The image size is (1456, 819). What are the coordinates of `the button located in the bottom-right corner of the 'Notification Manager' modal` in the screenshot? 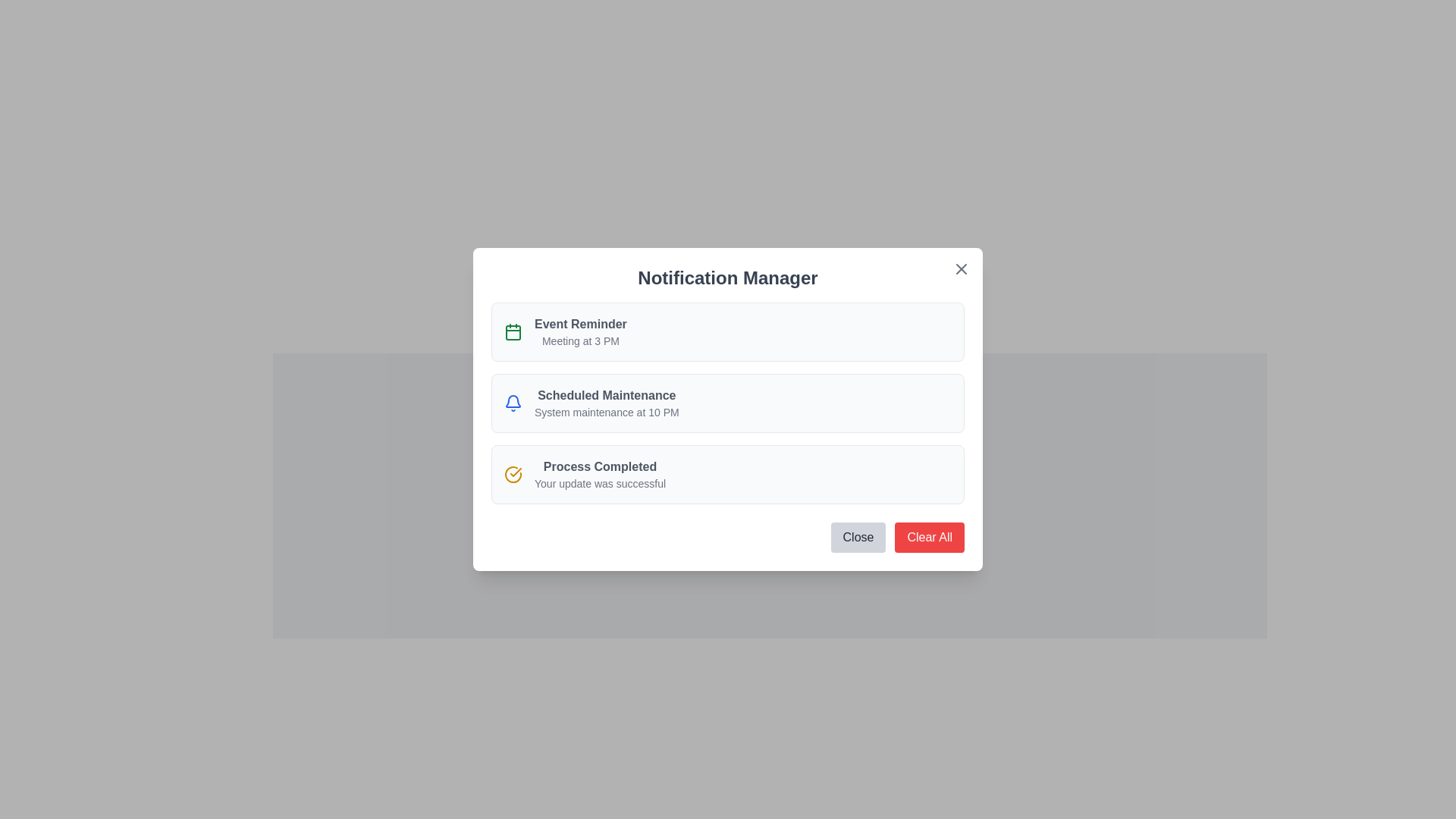 It's located at (858, 537).